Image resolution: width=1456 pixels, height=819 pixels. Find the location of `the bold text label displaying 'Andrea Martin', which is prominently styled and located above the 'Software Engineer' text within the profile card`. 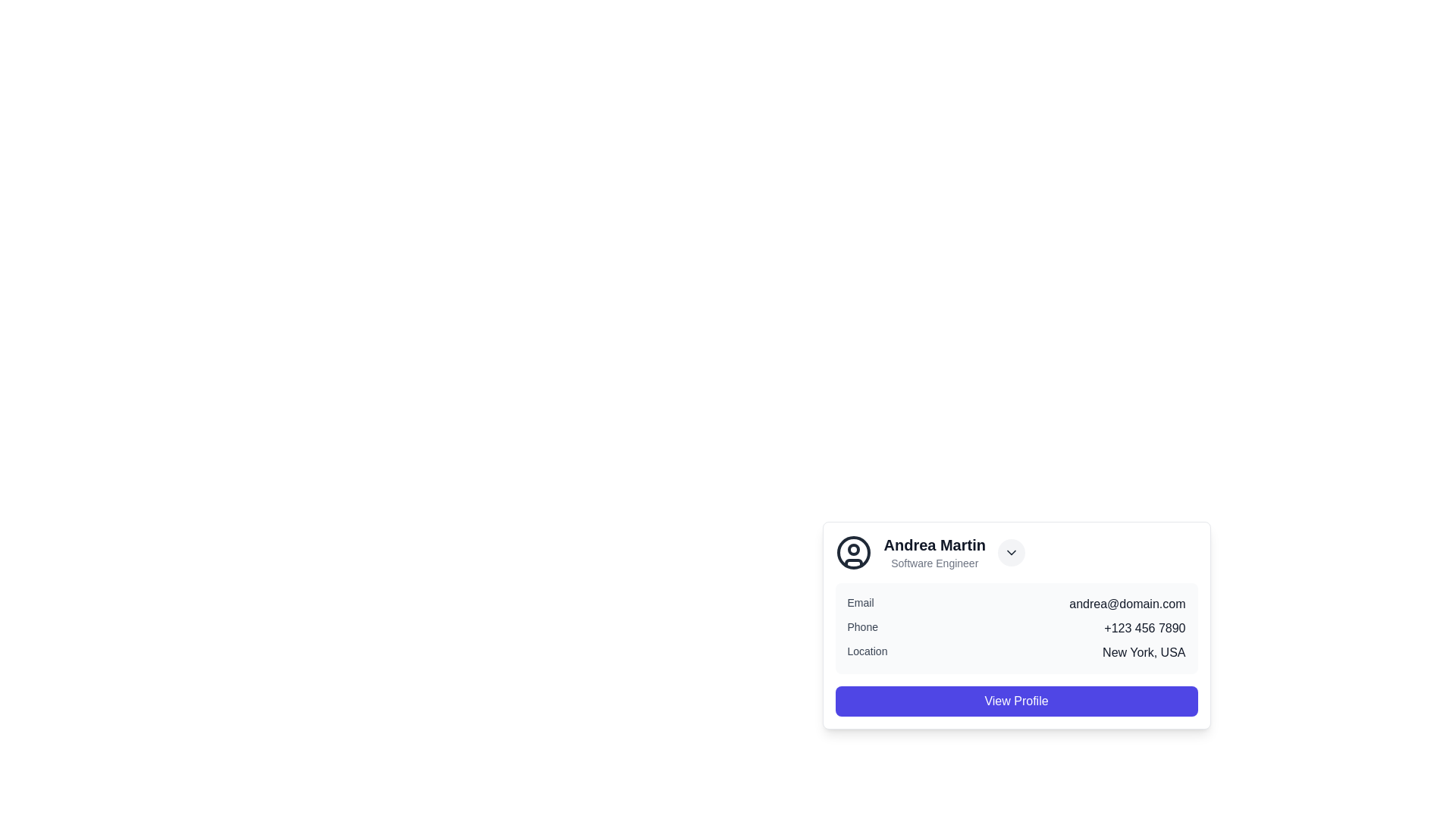

the bold text label displaying 'Andrea Martin', which is prominently styled and located above the 'Software Engineer' text within the profile card is located at coordinates (934, 544).